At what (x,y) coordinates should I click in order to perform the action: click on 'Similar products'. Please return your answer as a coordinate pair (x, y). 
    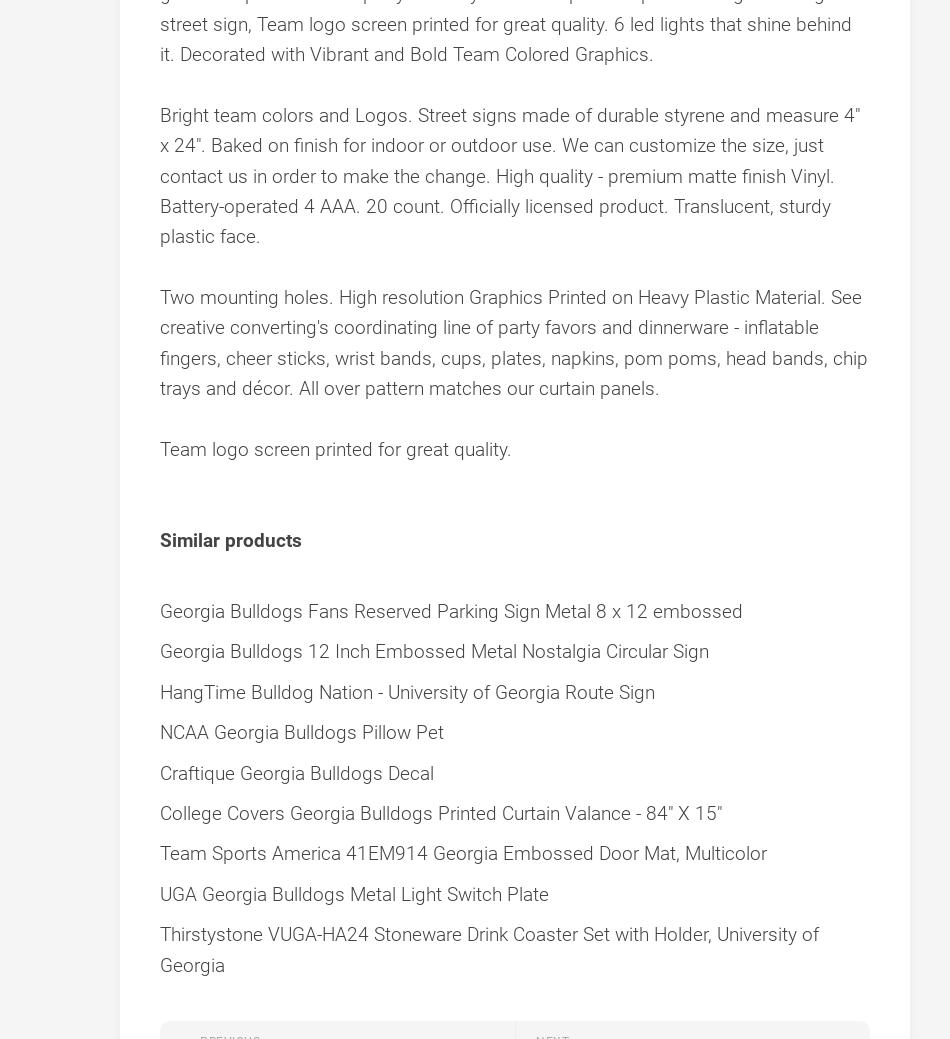
    Looking at the image, I should click on (231, 540).